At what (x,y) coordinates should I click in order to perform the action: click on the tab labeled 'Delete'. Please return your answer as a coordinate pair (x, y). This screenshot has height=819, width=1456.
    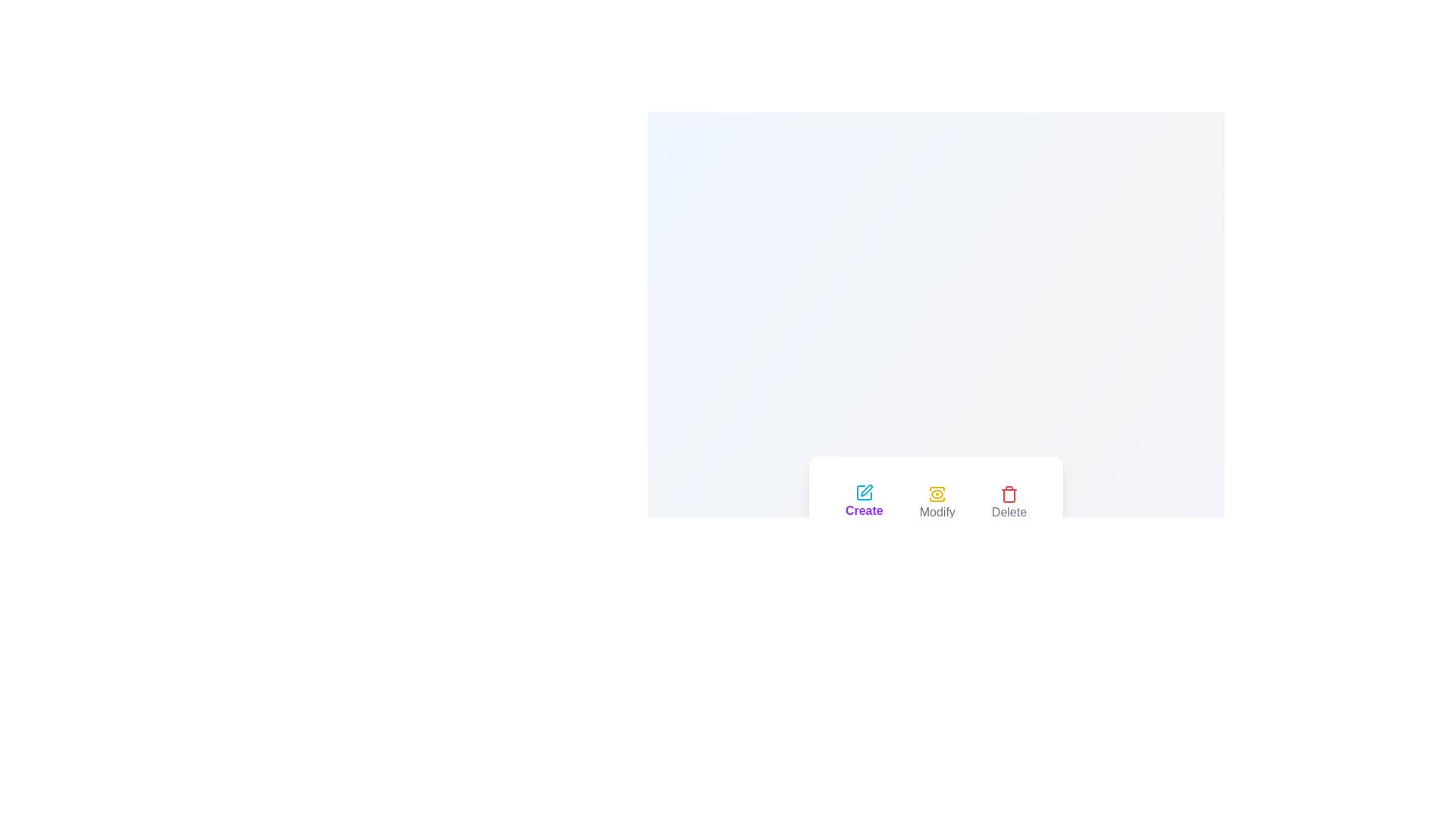
    Looking at the image, I should click on (1009, 503).